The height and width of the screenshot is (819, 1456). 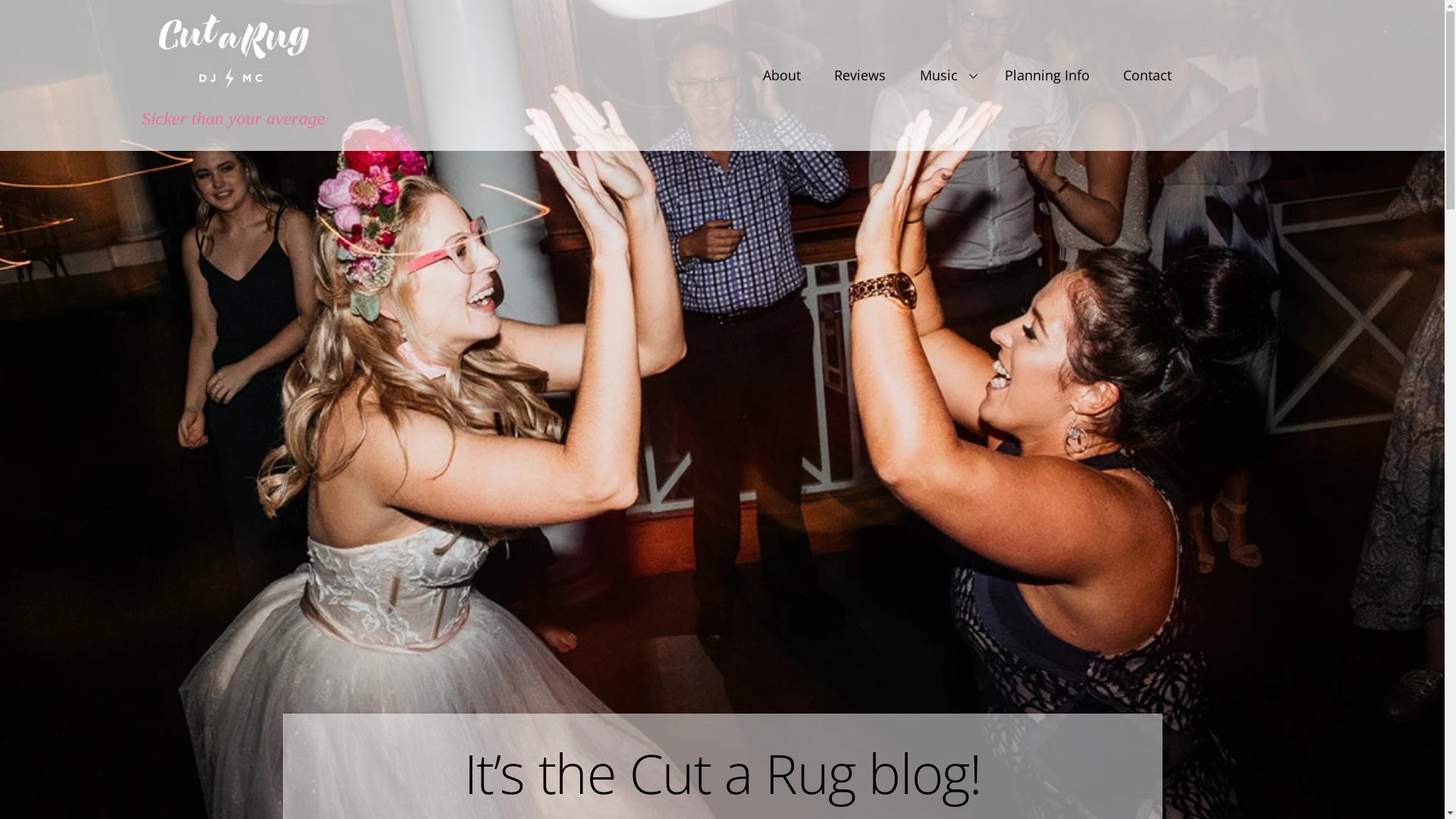 What do you see at coordinates (232, 51) in the screenshot?
I see `'logo-white'` at bounding box center [232, 51].